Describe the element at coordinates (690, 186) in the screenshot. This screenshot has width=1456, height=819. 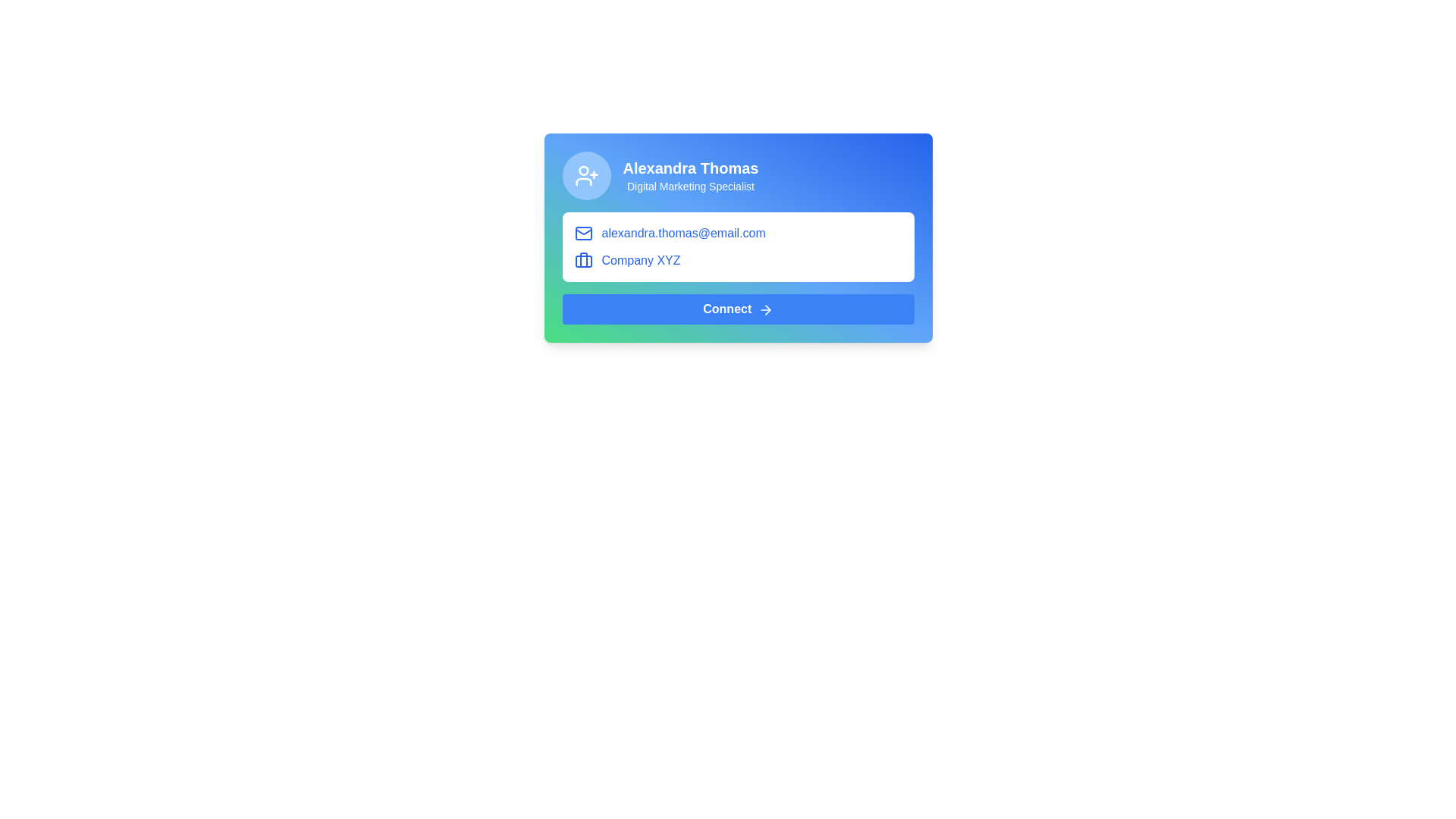
I see `the static text label that reads 'Digital Marketing Specialist', which is displayed in white on a gradient blue background and is located directly below 'Alexandra Thomas'` at that location.